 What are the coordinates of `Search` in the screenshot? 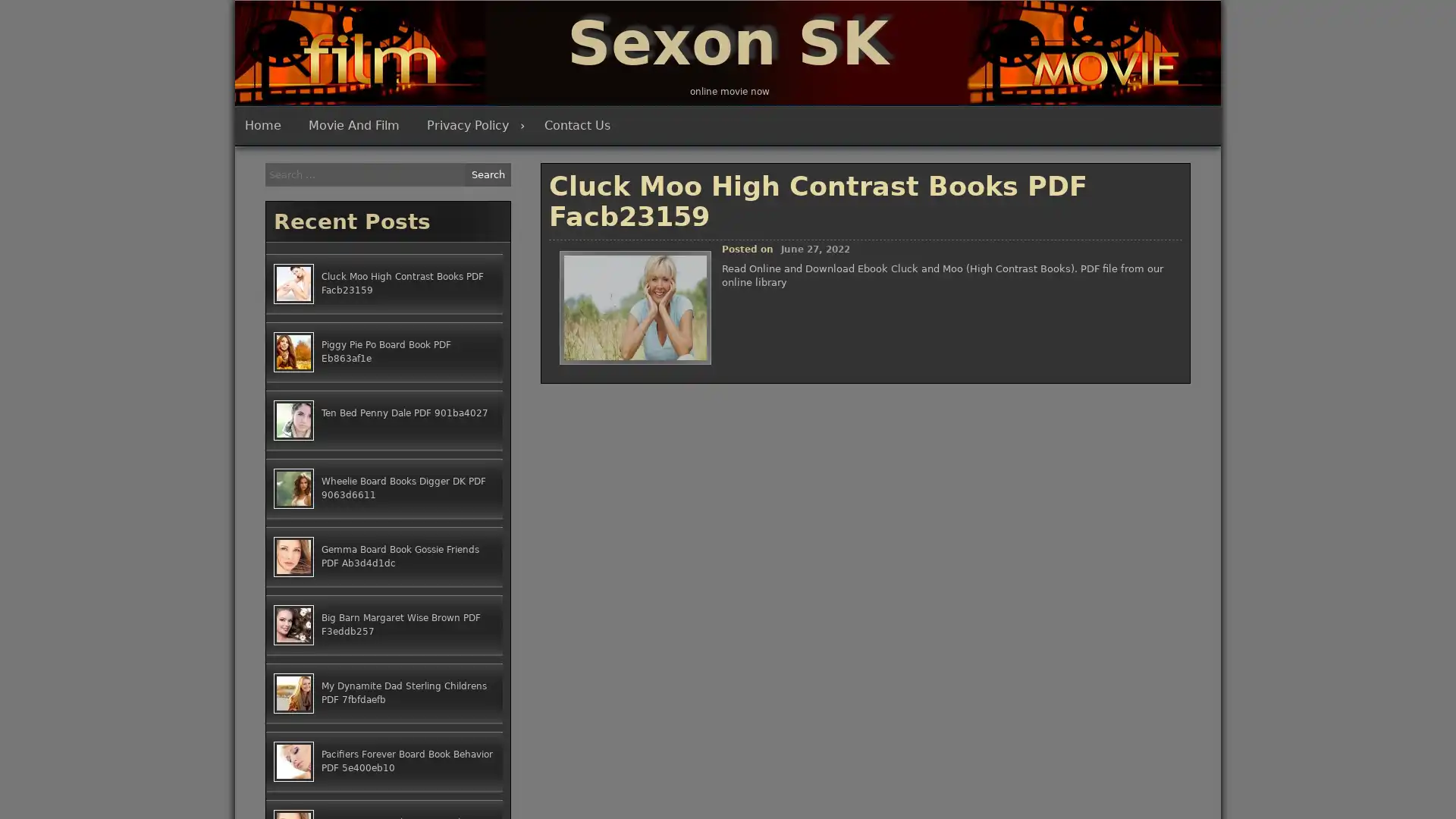 It's located at (488, 174).